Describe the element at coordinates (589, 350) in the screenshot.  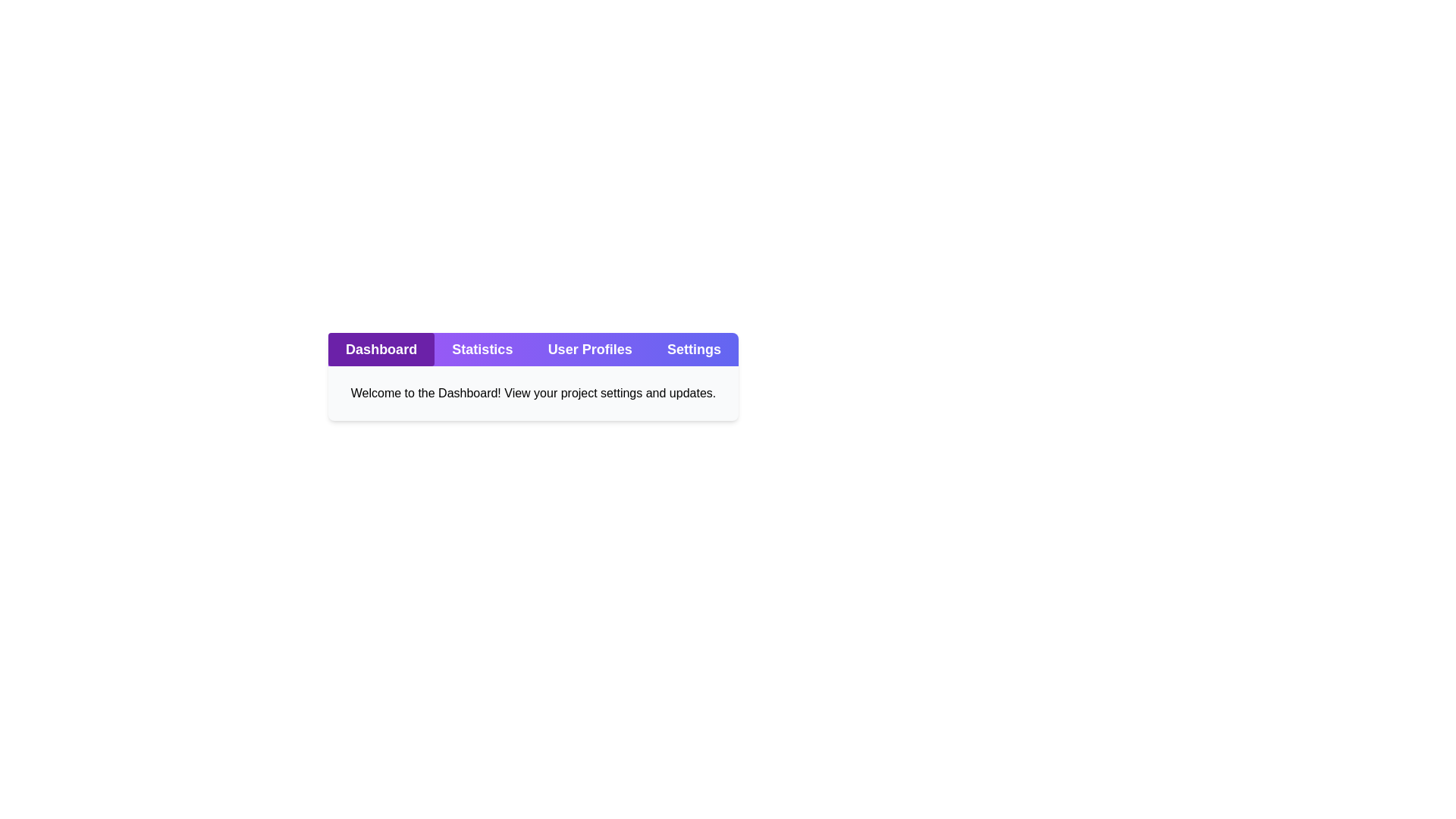
I see `the User Profiles tab to view its content` at that location.